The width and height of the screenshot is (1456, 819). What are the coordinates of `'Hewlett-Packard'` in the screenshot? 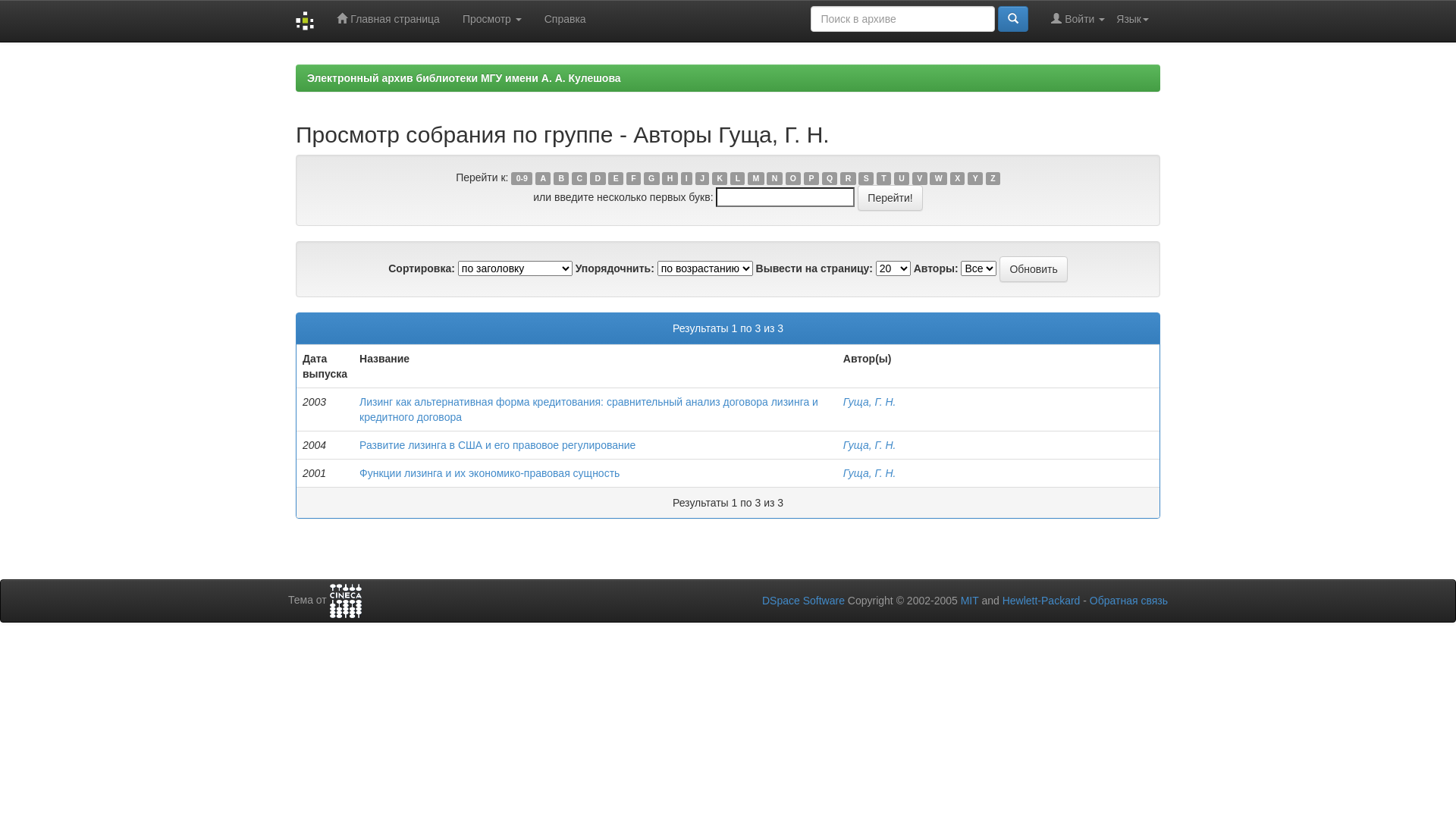 It's located at (1040, 599).